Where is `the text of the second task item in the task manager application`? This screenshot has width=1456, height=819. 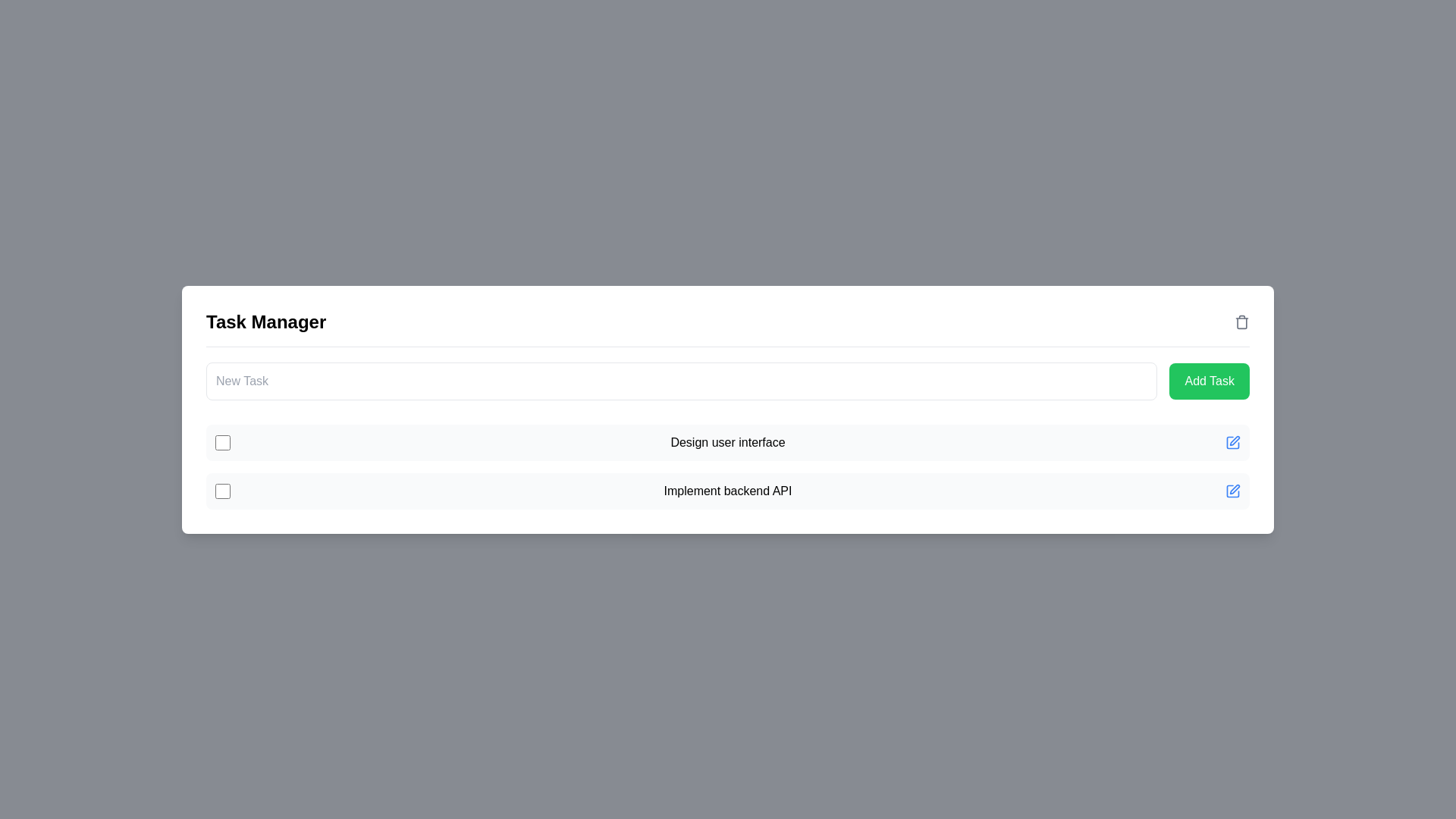 the text of the second task item in the task manager application is located at coordinates (728, 491).